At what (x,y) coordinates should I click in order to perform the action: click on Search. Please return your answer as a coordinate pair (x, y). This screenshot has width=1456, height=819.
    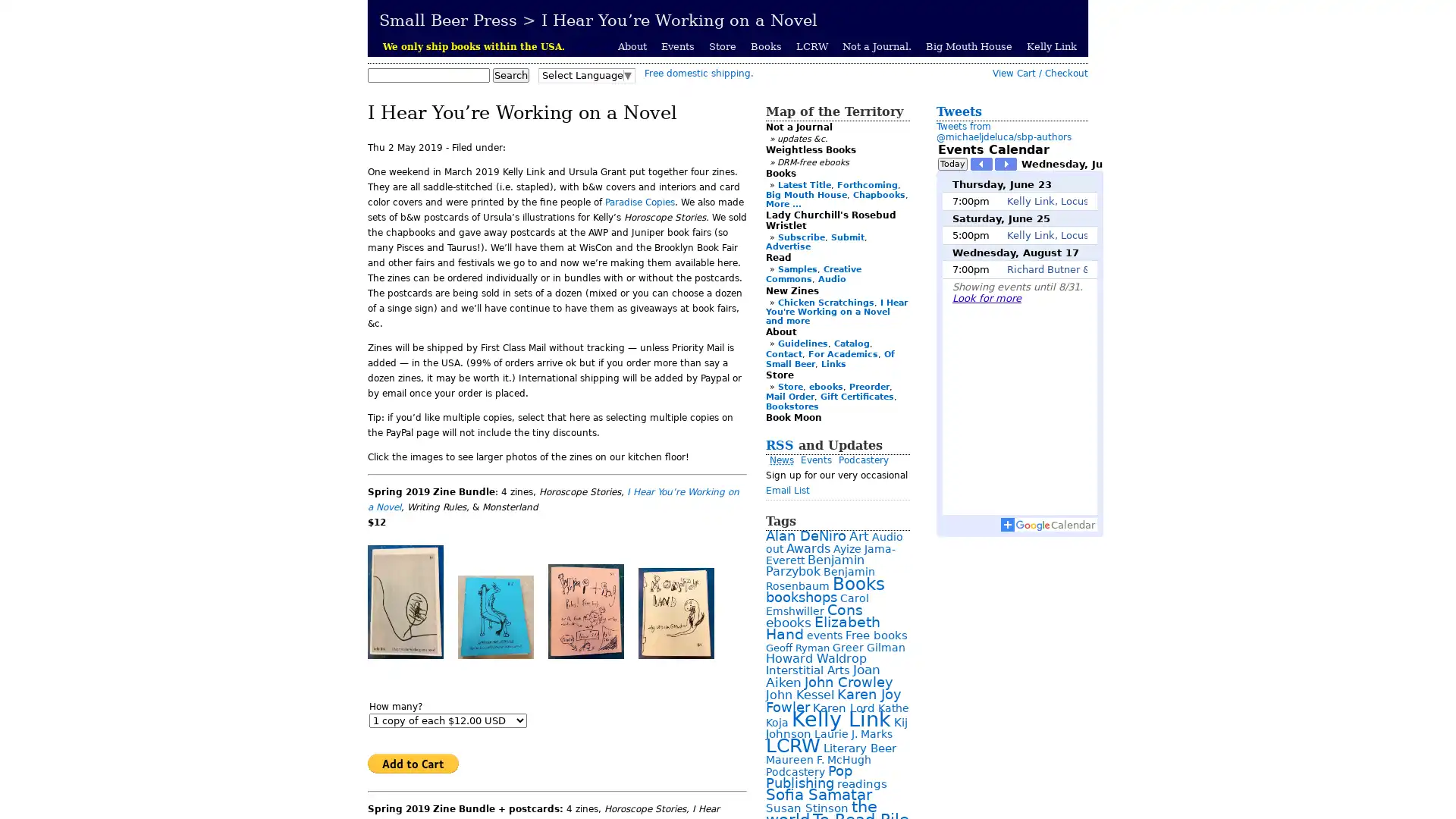
    Looking at the image, I should click on (510, 75).